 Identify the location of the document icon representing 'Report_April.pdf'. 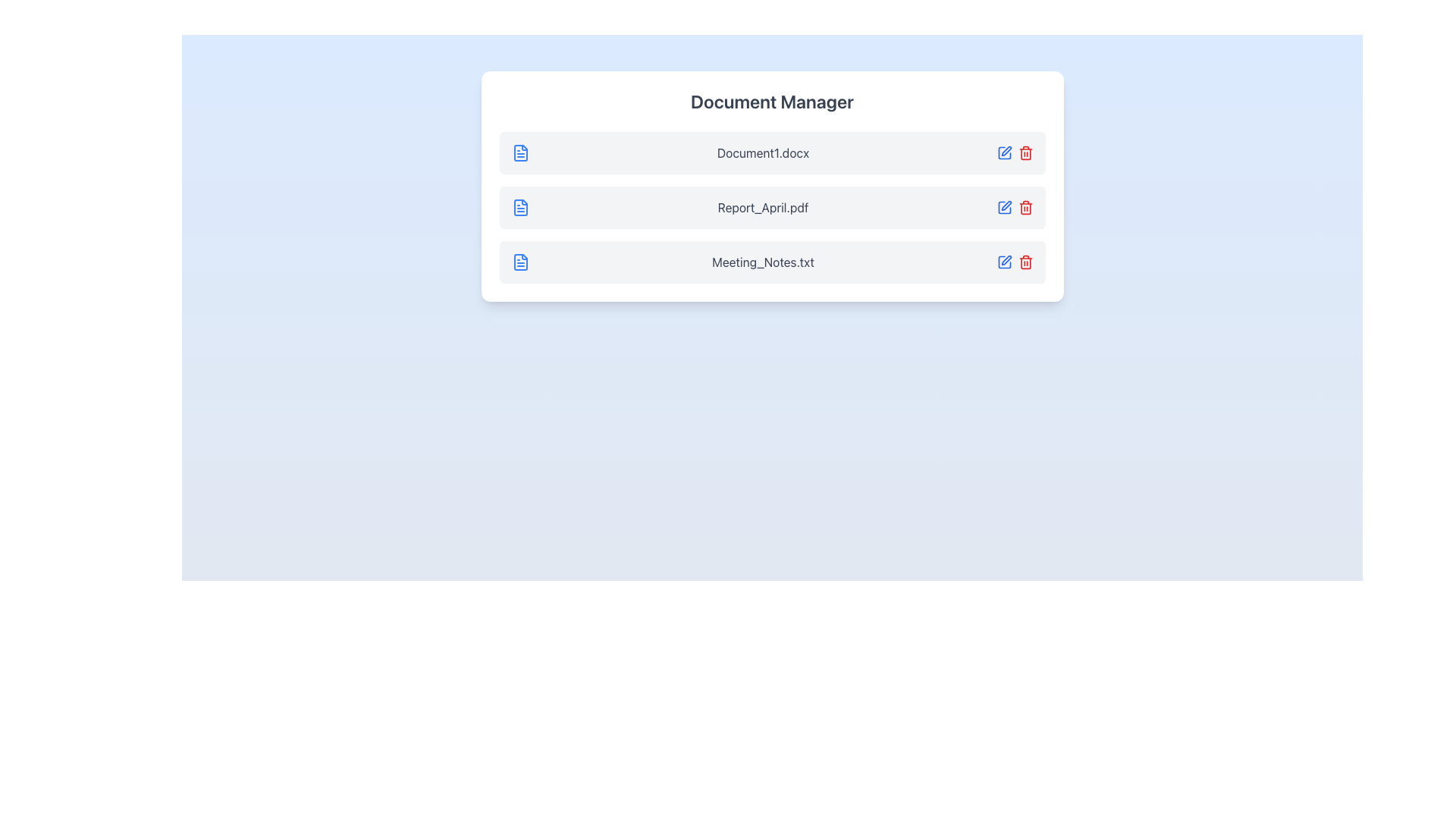
(520, 207).